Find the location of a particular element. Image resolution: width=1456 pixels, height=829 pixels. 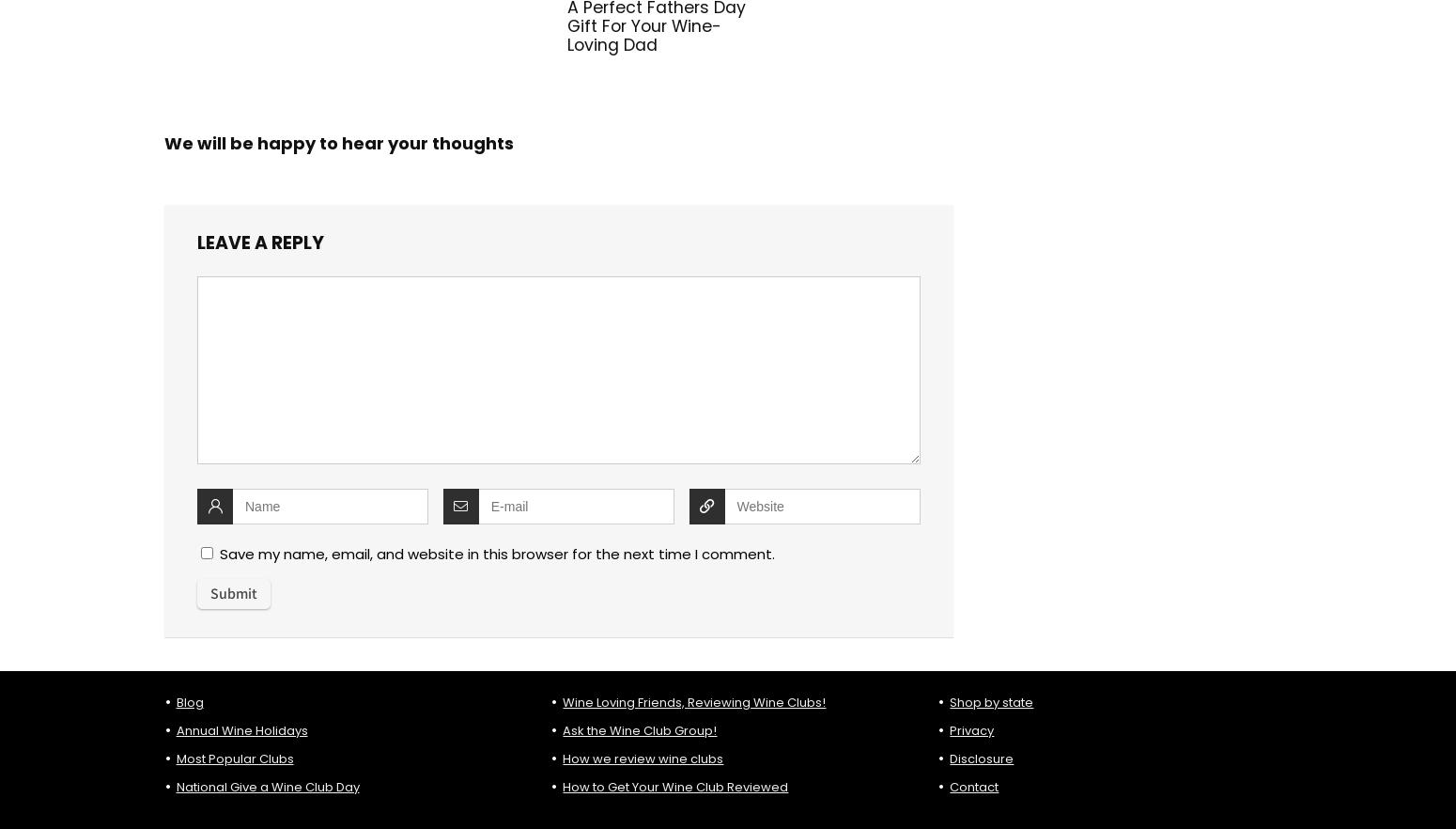

'Blog' is located at coordinates (188, 700).